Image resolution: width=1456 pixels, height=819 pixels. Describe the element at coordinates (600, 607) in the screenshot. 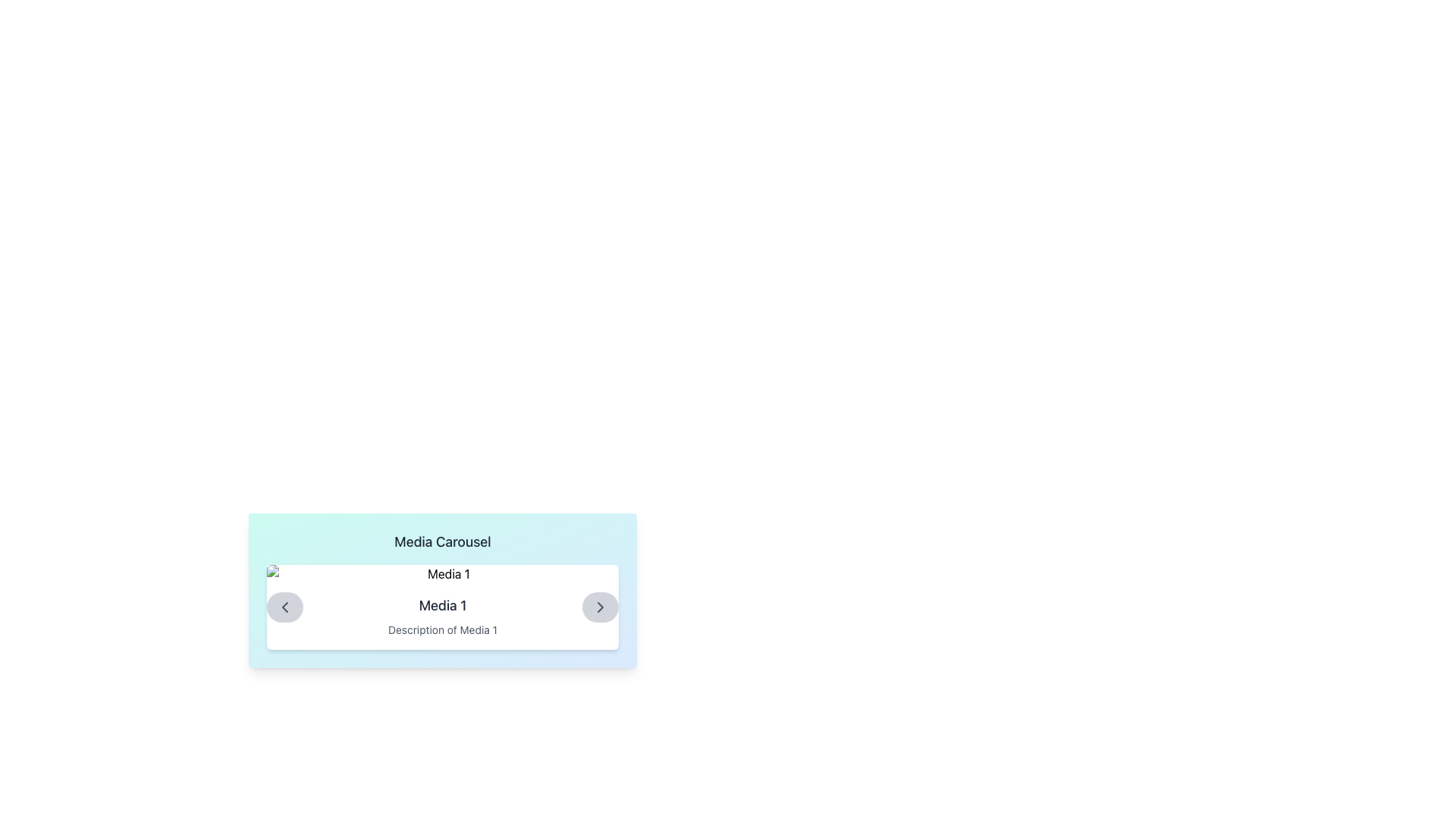

I see `the right navigation button of the carousel to advance to the next media item` at that location.